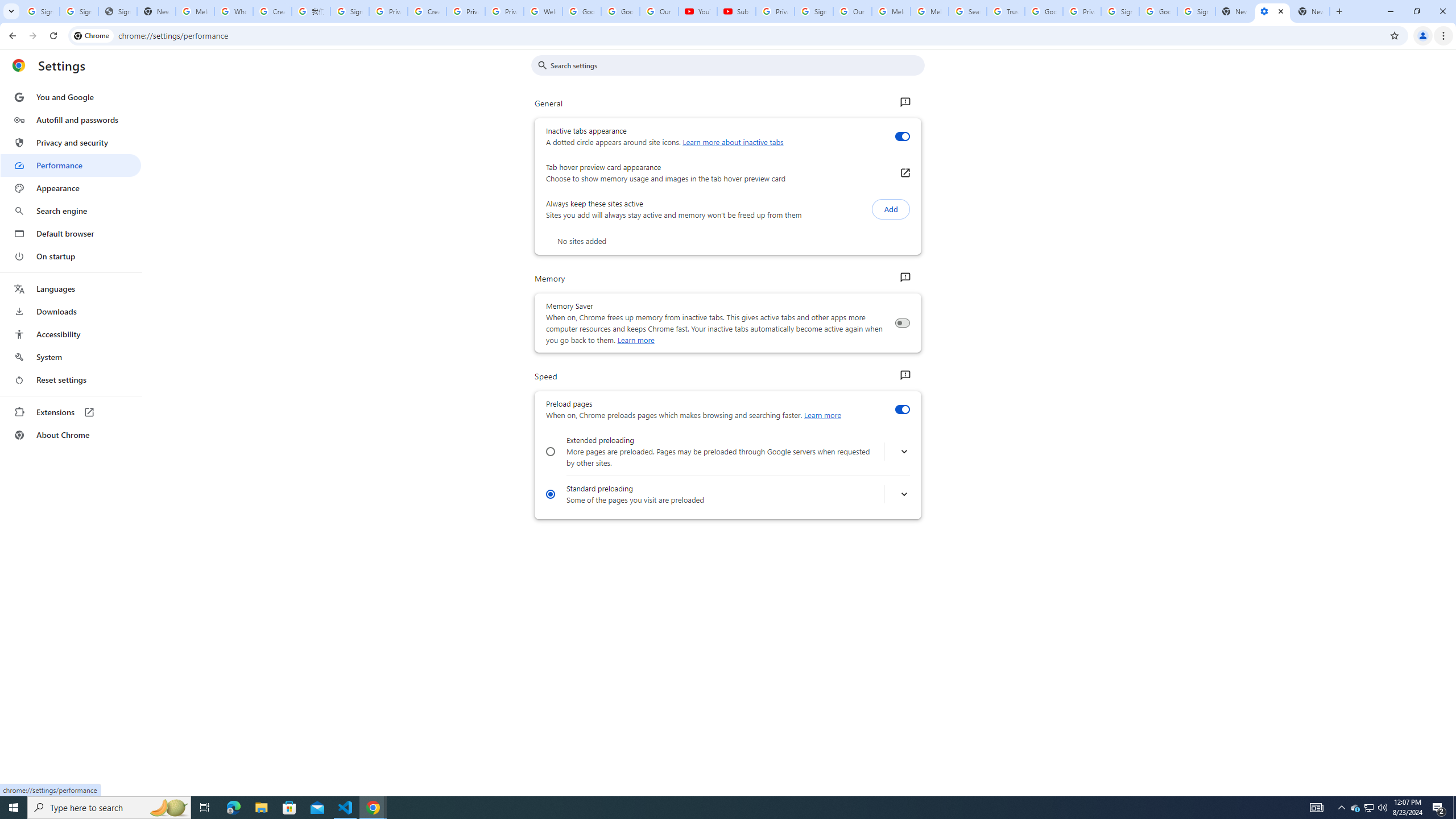  Describe the element at coordinates (70, 97) in the screenshot. I see `'You and Google'` at that location.